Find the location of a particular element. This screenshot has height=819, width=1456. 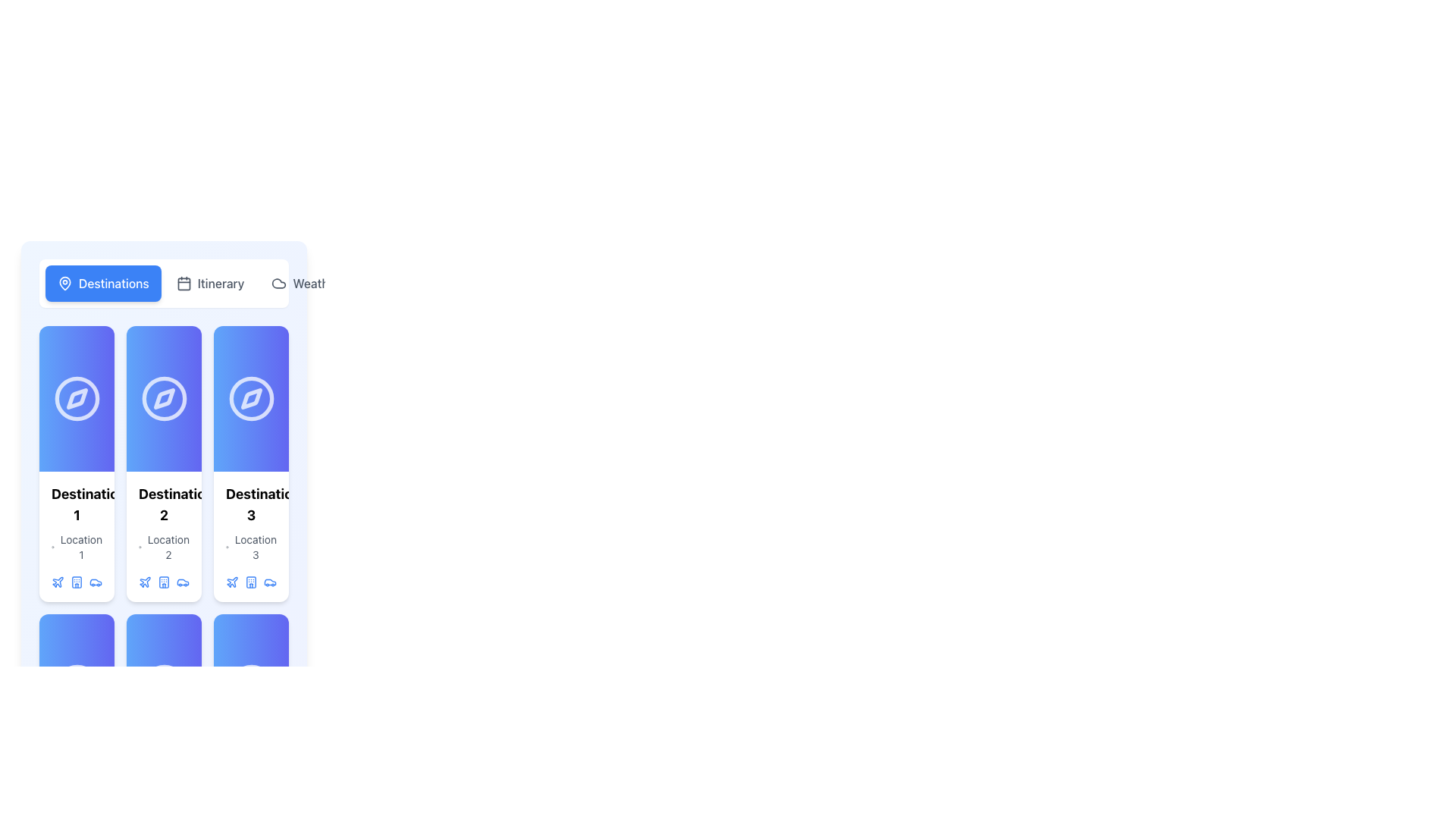

the circular icon with a compass design located in the third card column above the 'Destination 3' label is located at coordinates (251, 397).